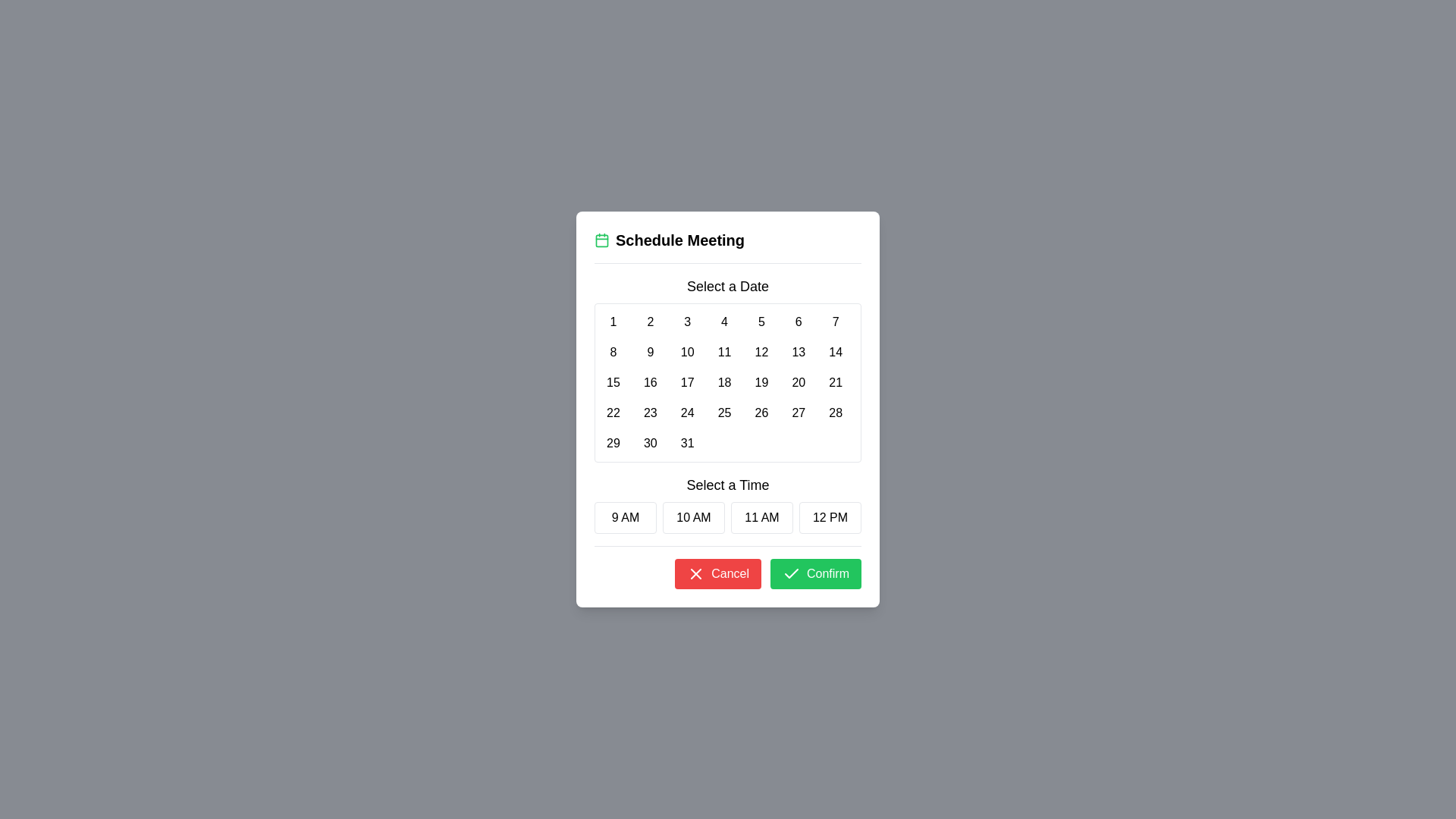 This screenshot has height=819, width=1456. I want to click on the small square button containing the number '13', so click(797, 353).